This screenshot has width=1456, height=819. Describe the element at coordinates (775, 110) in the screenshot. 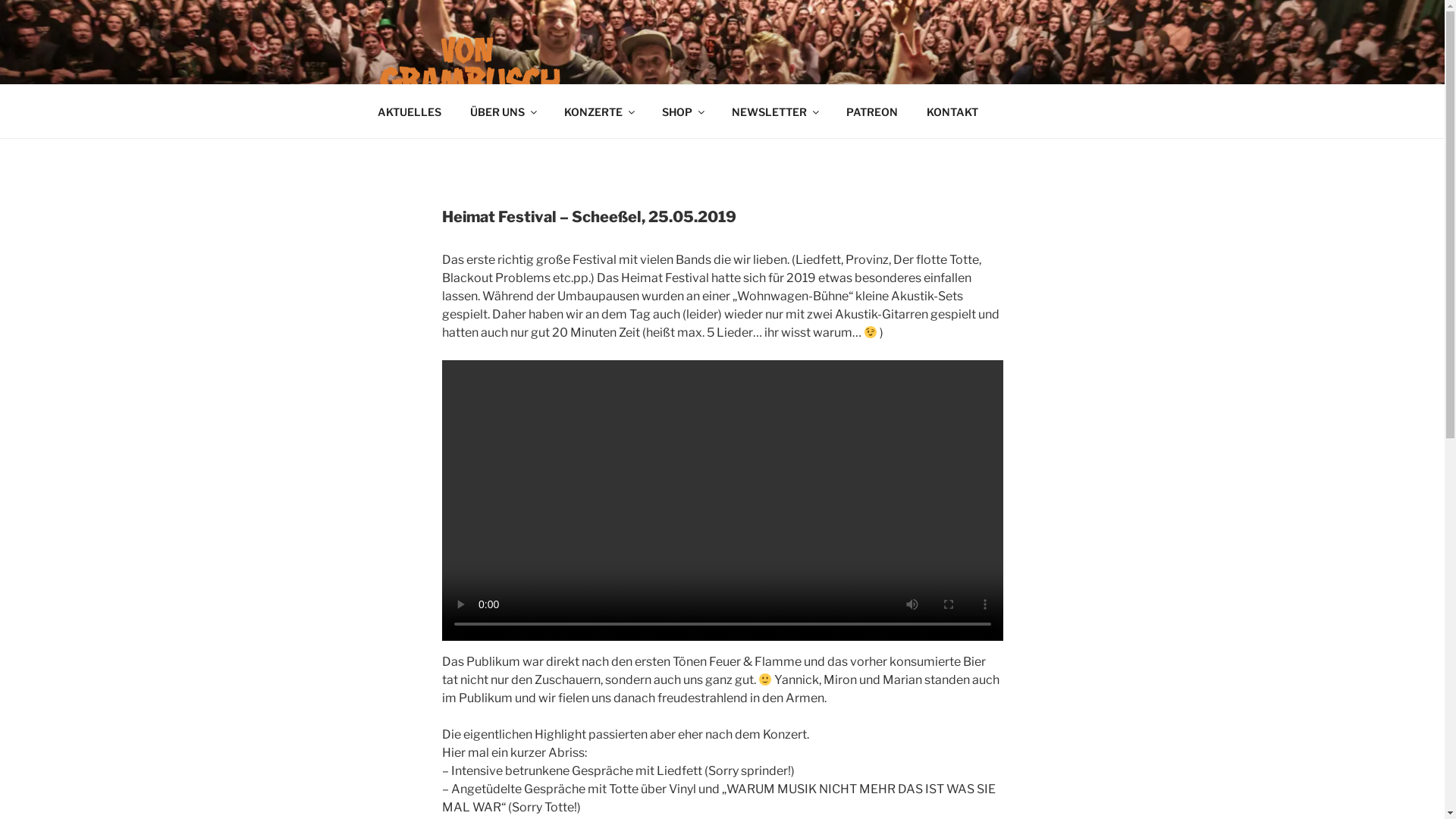

I see `'NEWSLETTER'` at that location.